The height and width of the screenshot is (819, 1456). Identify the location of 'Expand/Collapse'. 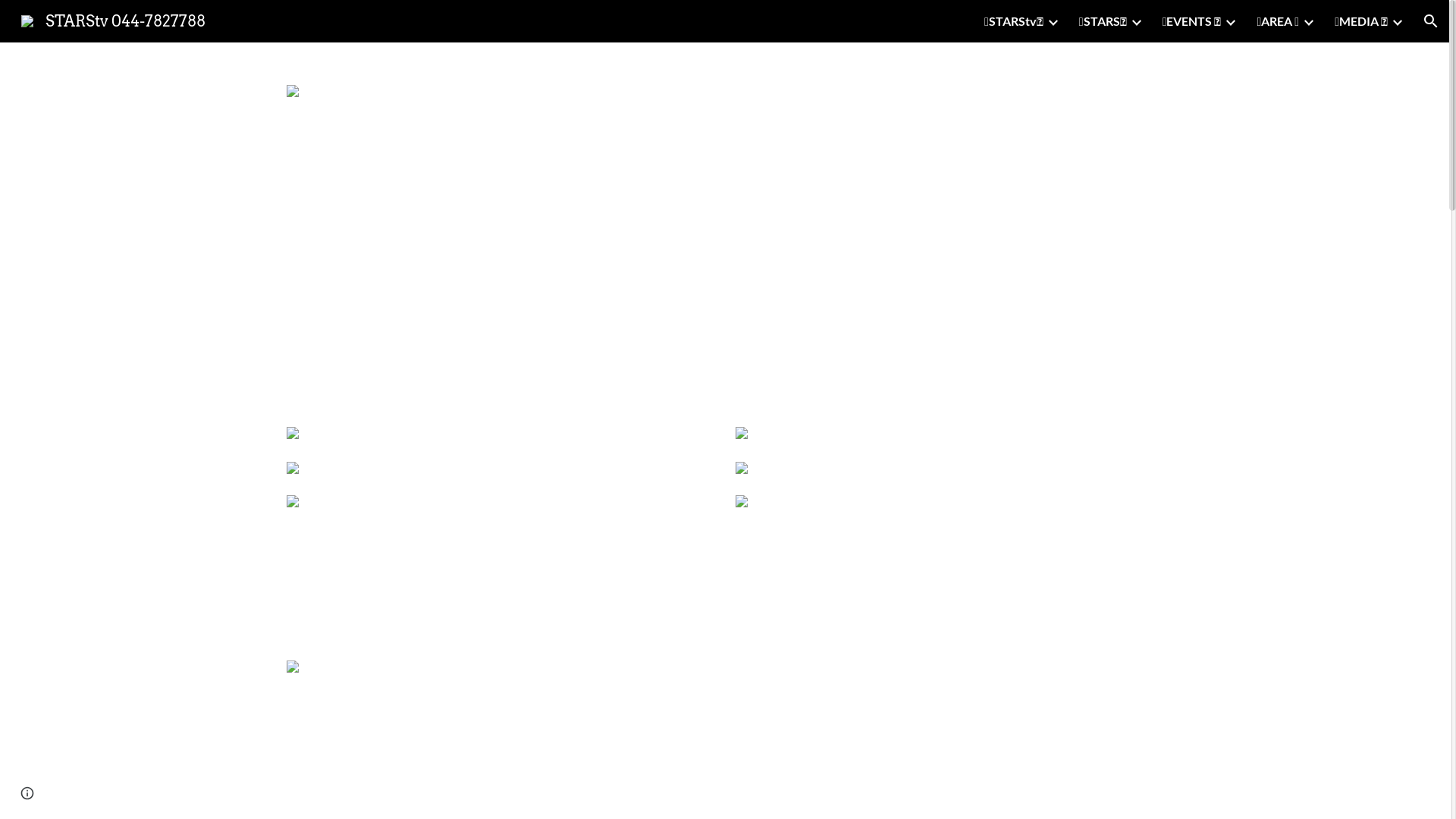
(1230, 20).